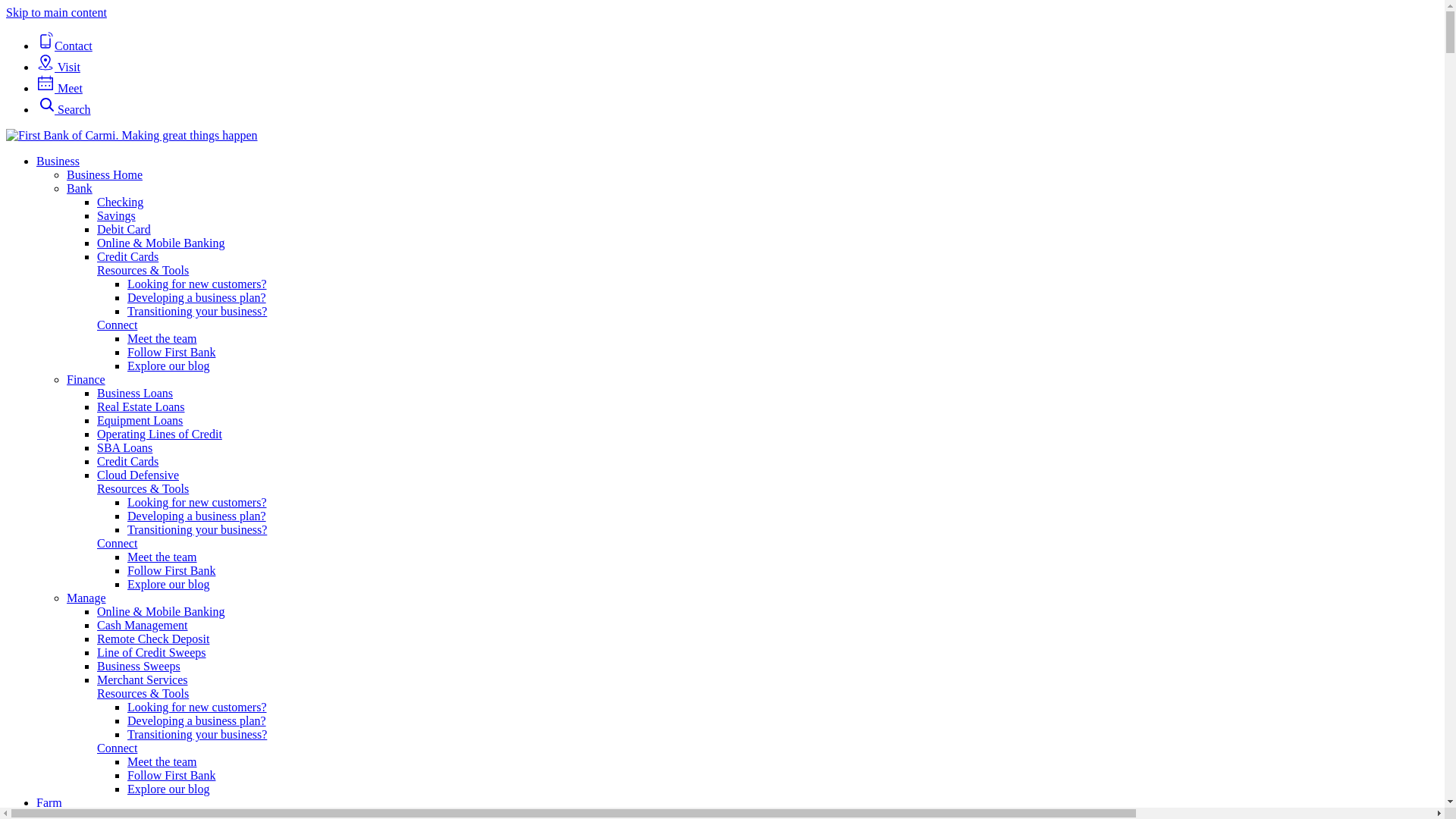 This screenshot has height=819, width=1456. What do you see at coordinates (116, 747) in the screenshot?
I see `'Connect'` at bounding box center [116, 747].